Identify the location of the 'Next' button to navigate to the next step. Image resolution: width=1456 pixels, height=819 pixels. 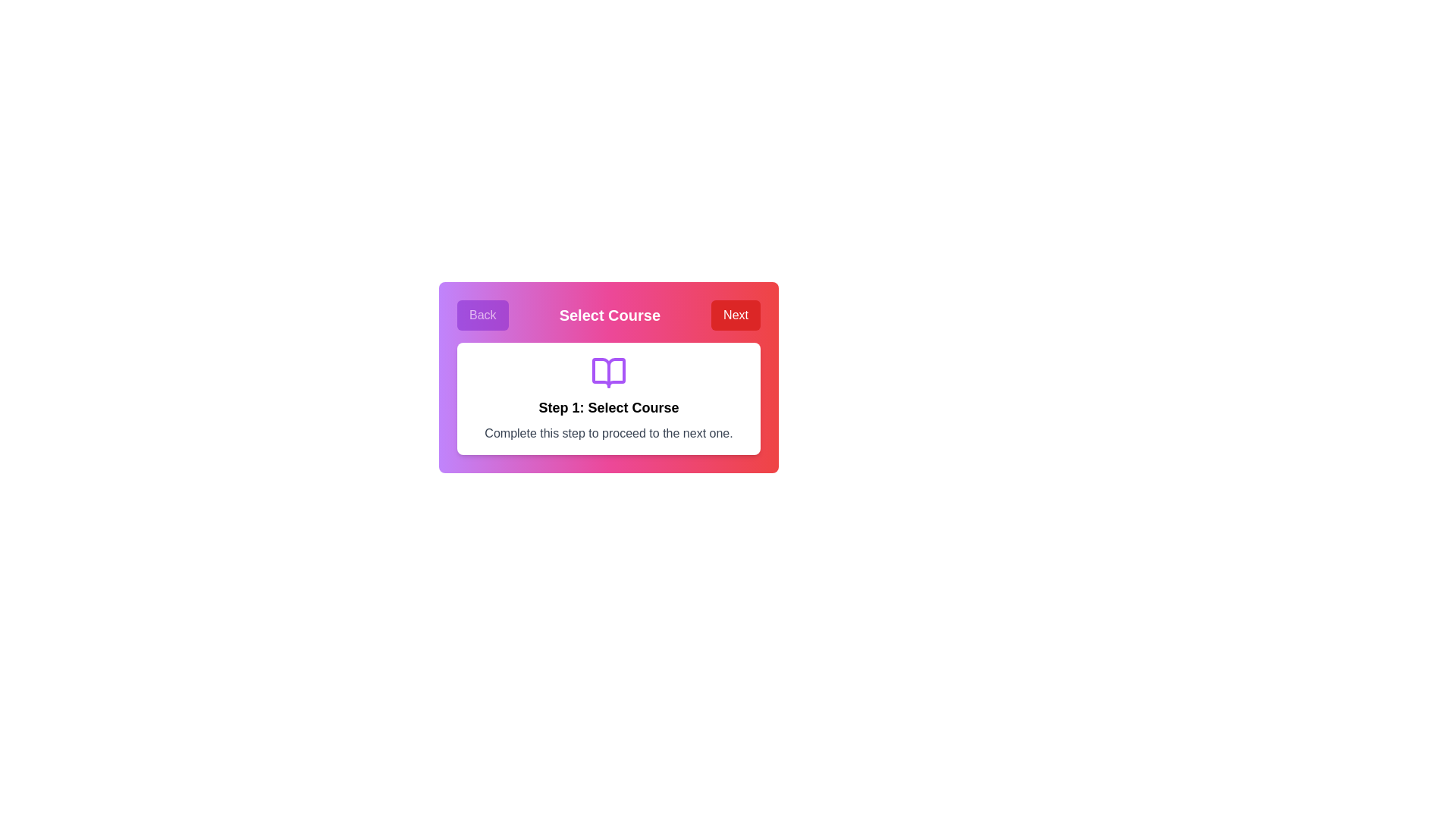
(735, 315).